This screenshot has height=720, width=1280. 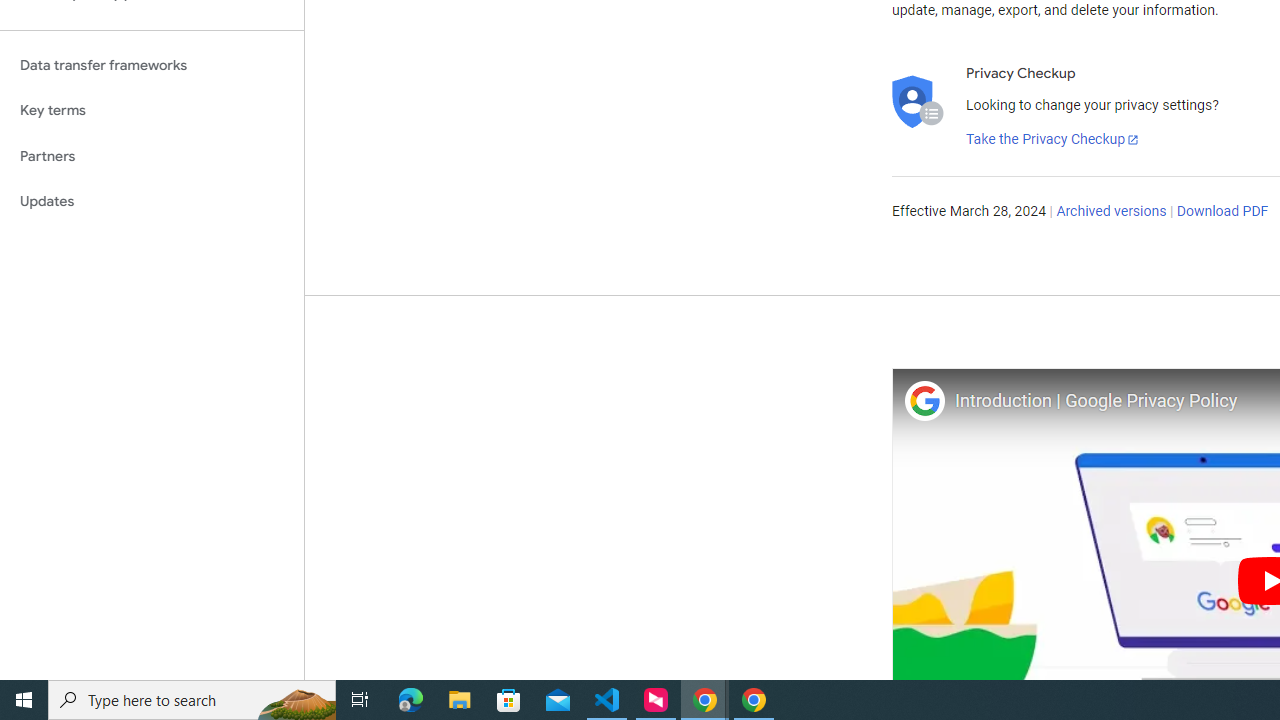 What do you see at coordinates (1052, 139) in the screenshot?
I see `'Take the Privacy Checkup'` at bounding box center [1052, 139].